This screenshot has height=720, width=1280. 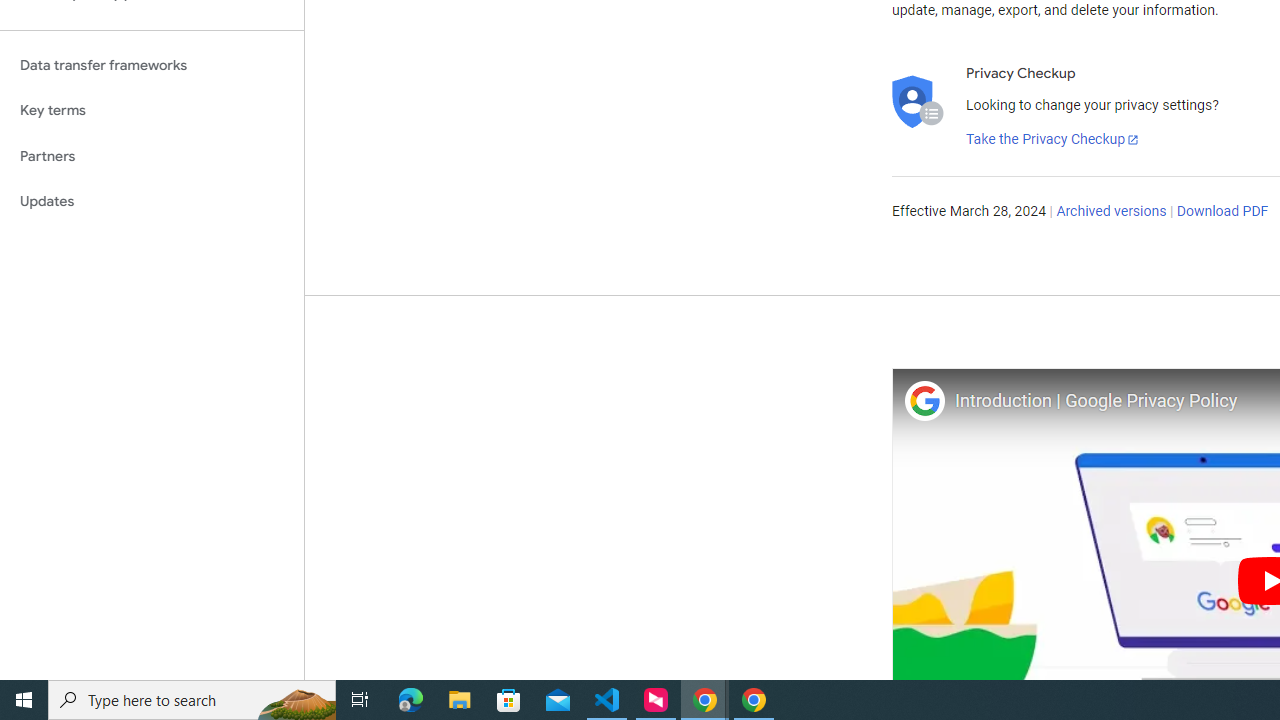 What do you see at coordinates (1052, 139) in the screenshot?
I see `'Take the Privacy Checkup'` at bounding box center [1052, 139].